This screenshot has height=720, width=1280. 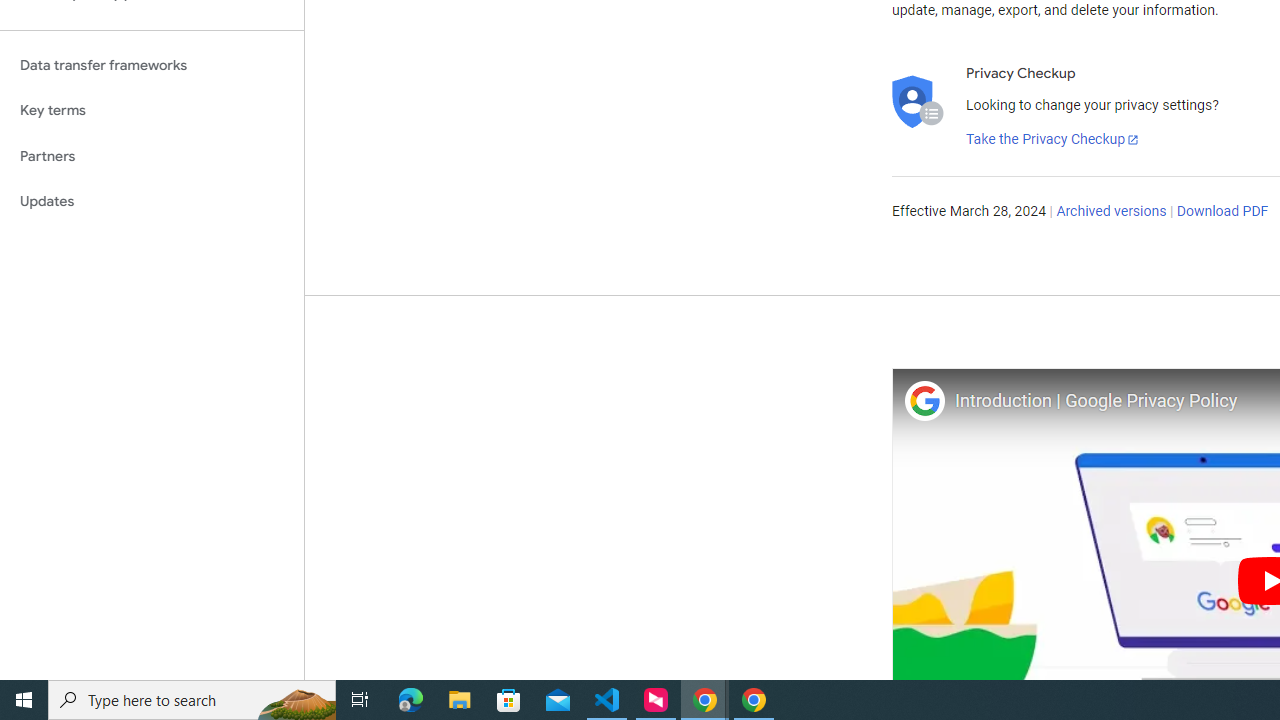 What do you see at coordinates (1052, 139) in the screenshot?
I see `'Take the Privacy Checkup'` at bounding box center [1052, 139].